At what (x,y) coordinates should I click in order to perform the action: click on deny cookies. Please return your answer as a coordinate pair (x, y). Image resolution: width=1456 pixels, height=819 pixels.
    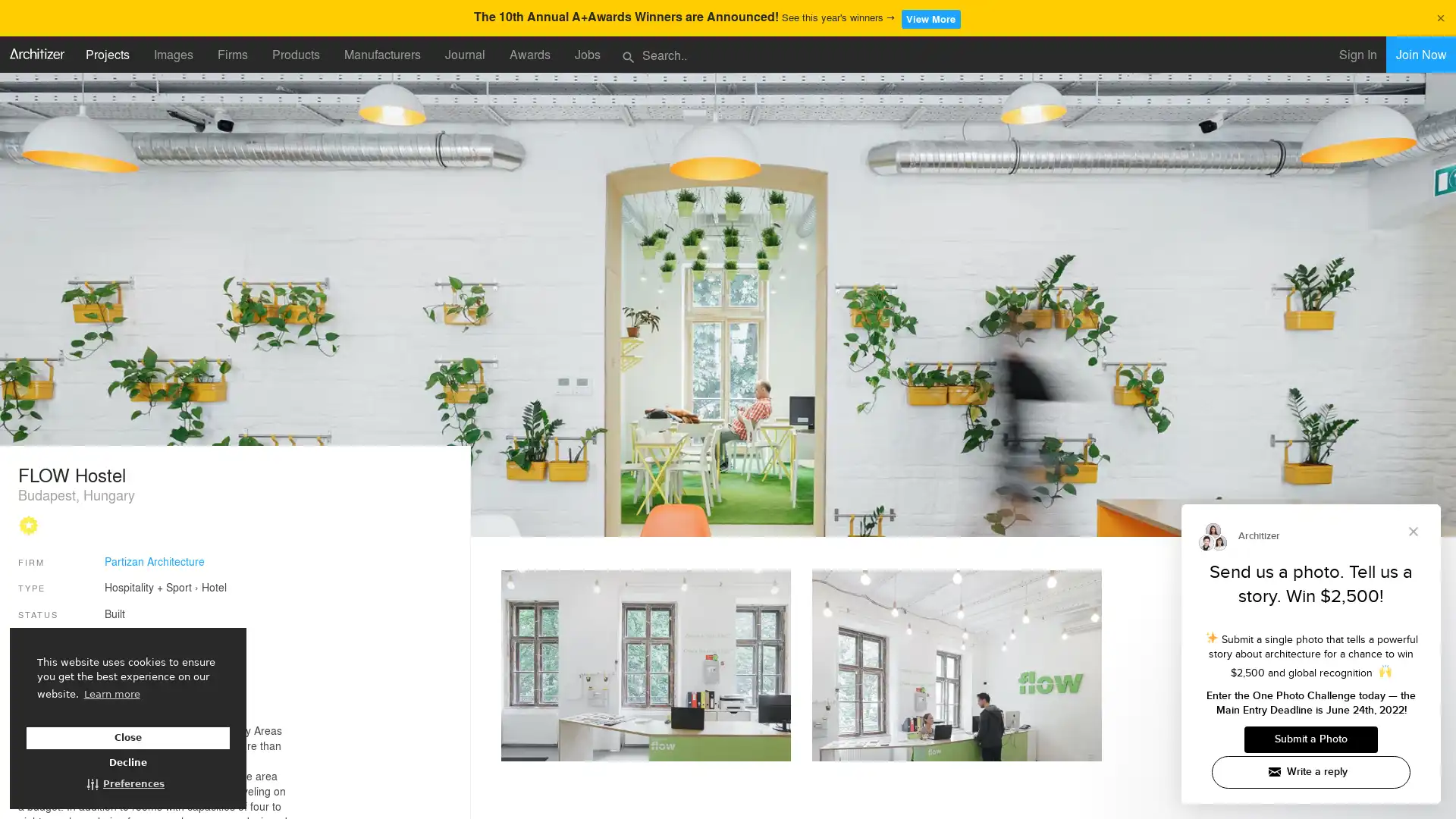
    Looking at the image, I should click on (127, 763).